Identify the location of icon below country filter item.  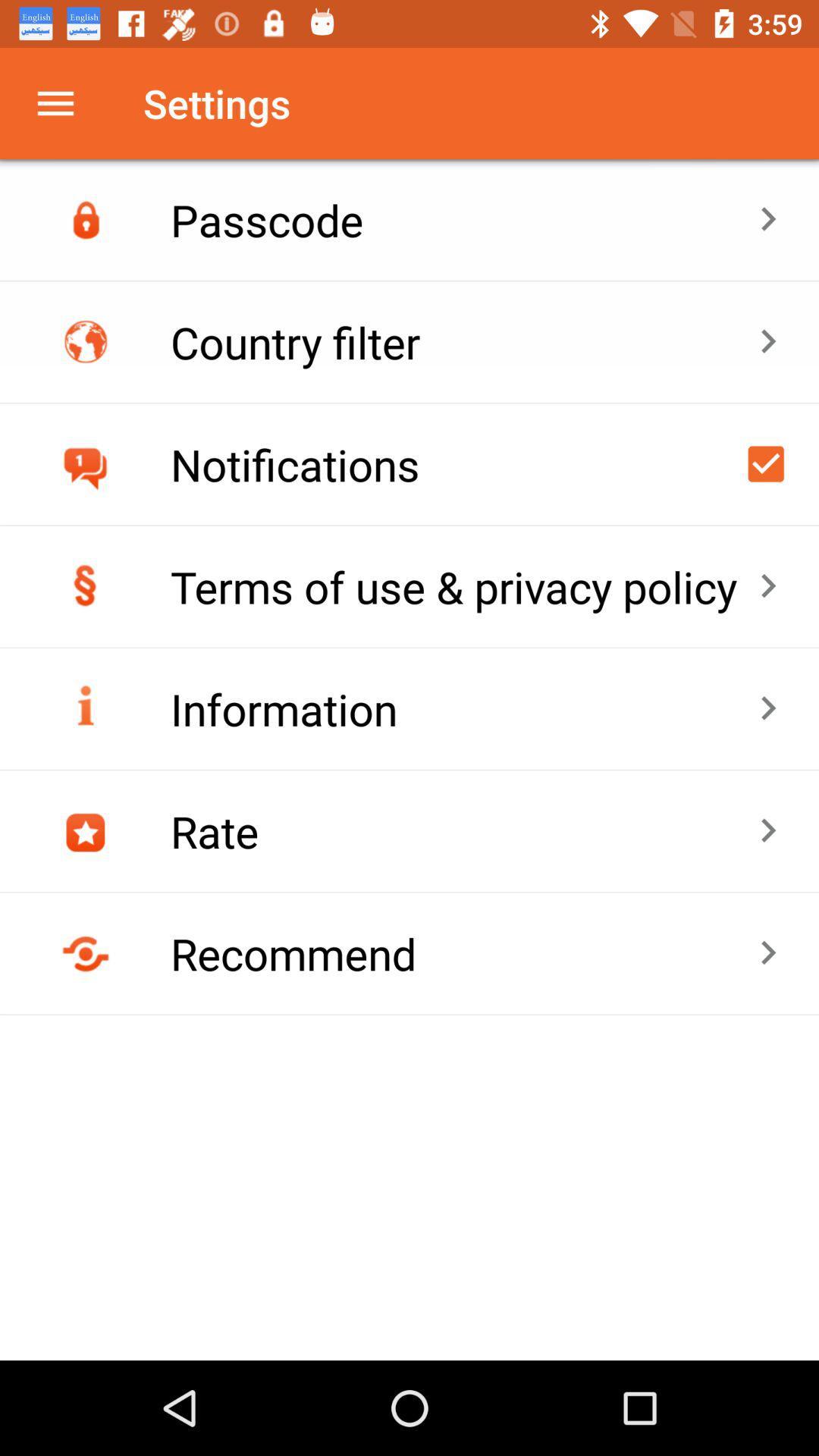
(766, 463).